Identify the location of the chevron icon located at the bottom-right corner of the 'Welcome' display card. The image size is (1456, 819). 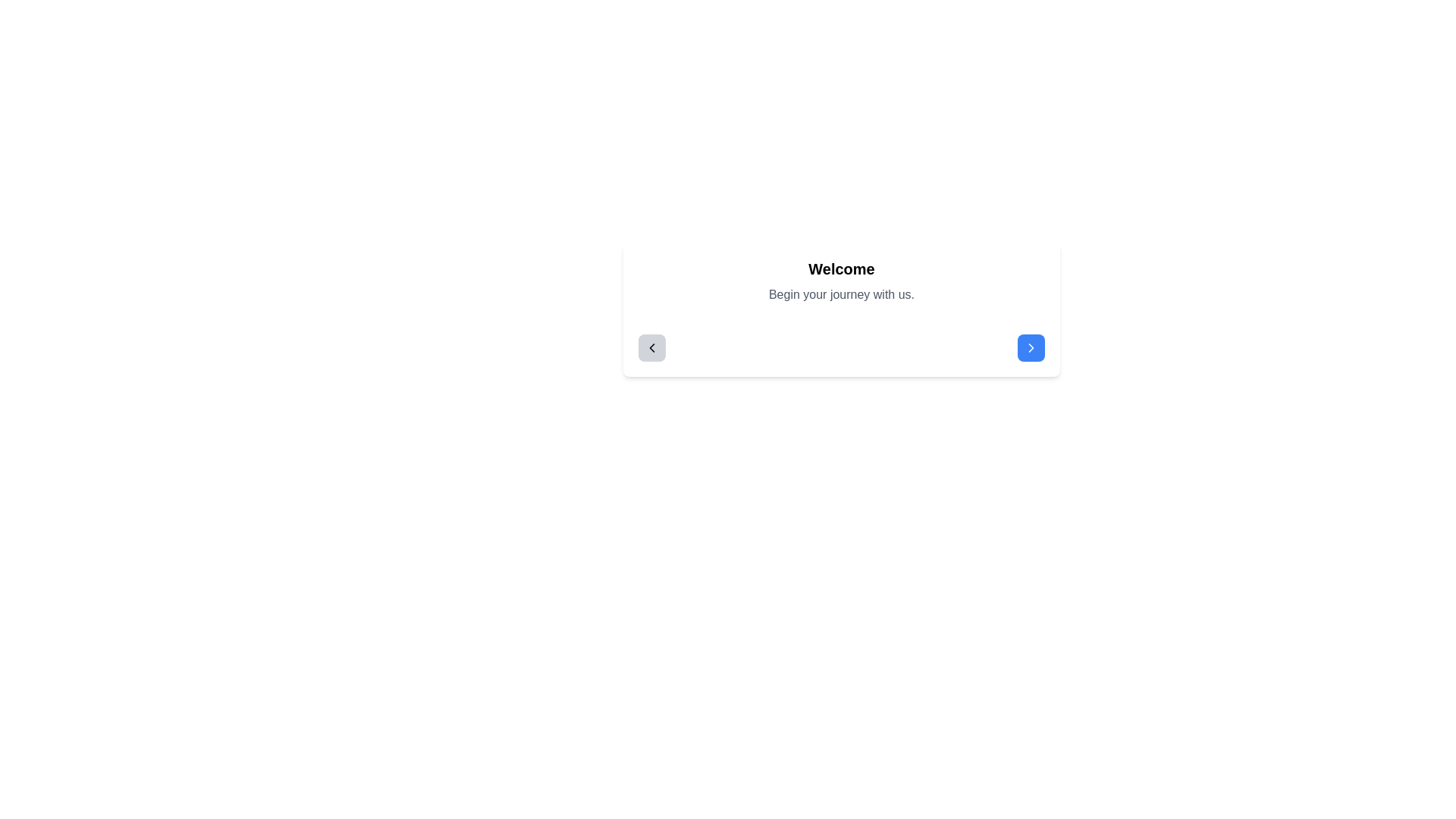
(1031, 348).